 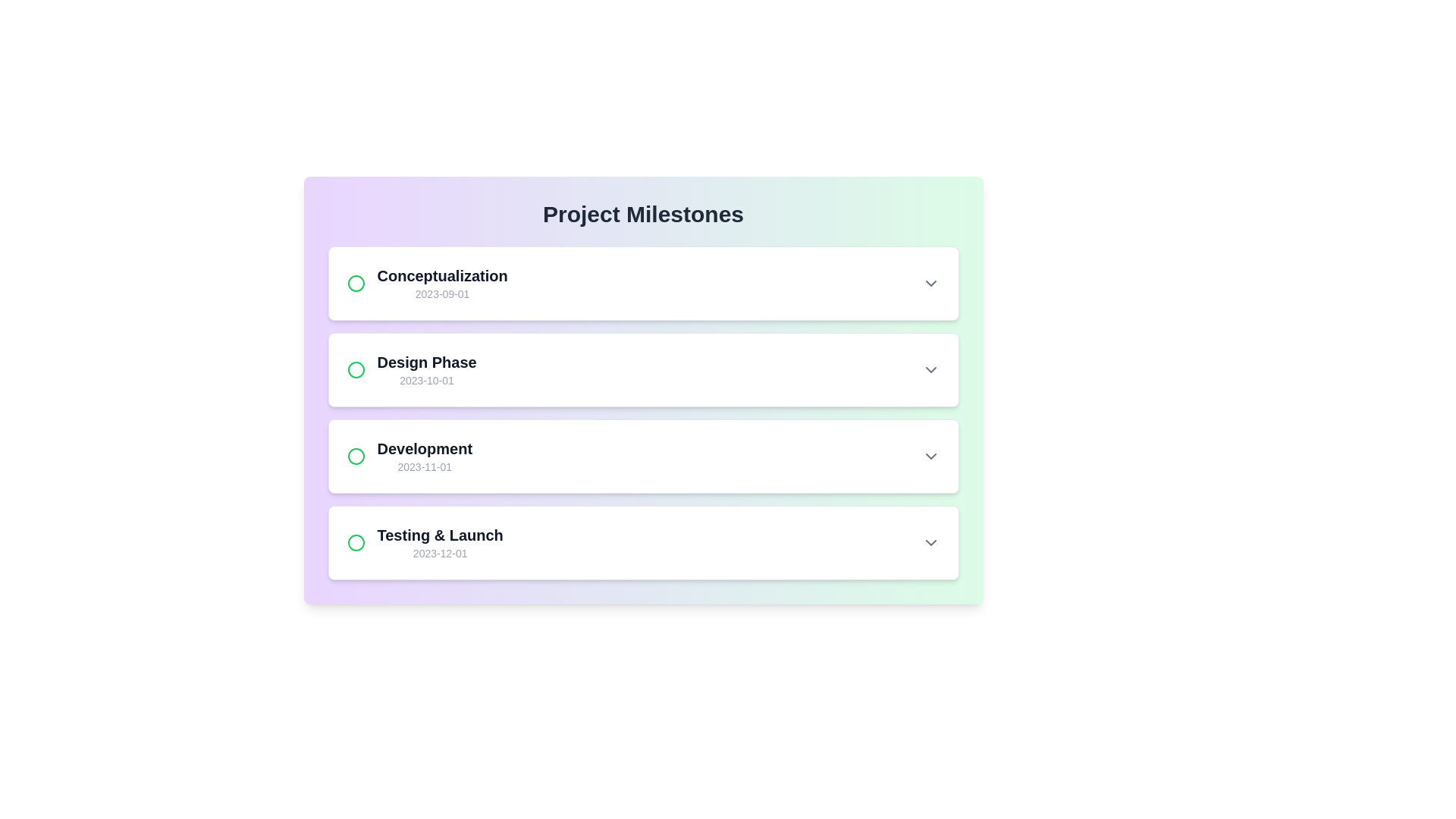 What do you see at coordinates (439, 534) in the screenshot?
I see `the text label that describes the milestone 'Testing & Launch', which is located in the fourth row of the milestone list, aligned to the left, above the date '2023-12-01'` at bounding box center [439, 534].